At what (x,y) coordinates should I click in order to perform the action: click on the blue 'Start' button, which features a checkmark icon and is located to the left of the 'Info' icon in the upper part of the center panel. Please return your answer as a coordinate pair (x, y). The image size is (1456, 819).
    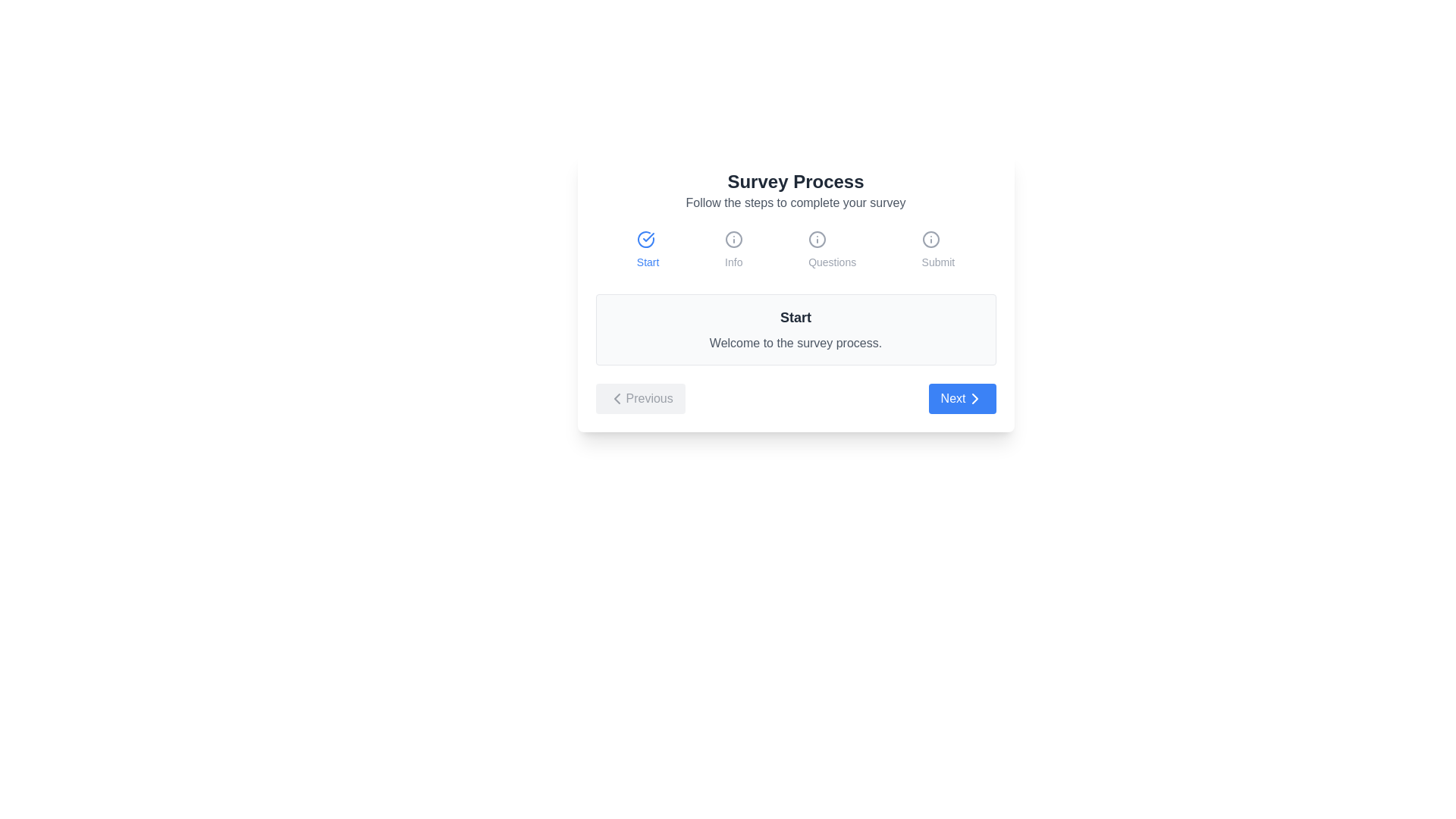
    Looking at the image, I should click on (648, 249).